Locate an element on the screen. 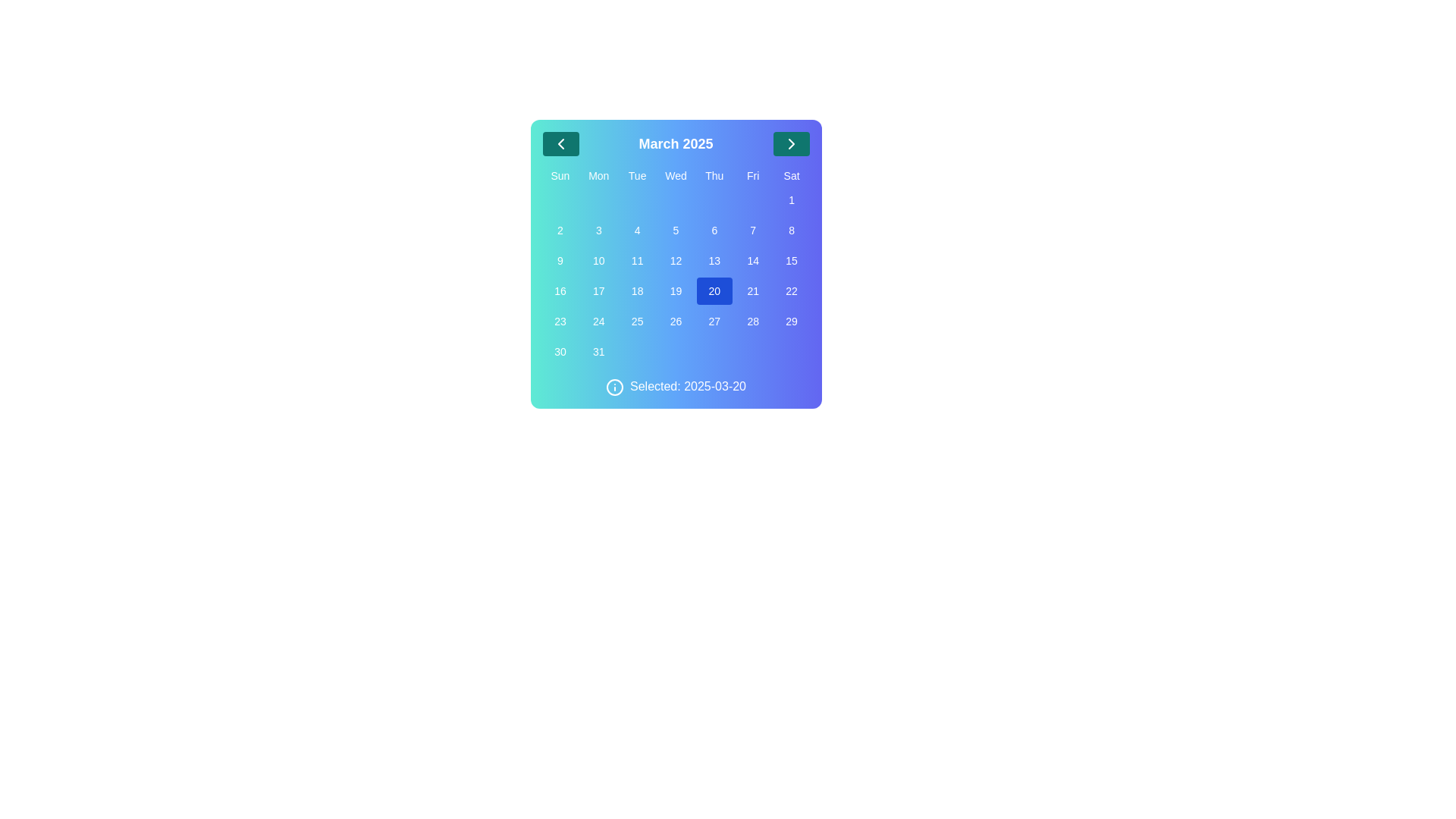 The width and height of the screenshot is (1456, 819). the date selector button for date 5 in the calendar grid located in the fourth column of the second row is located at coordinates (675, 231).